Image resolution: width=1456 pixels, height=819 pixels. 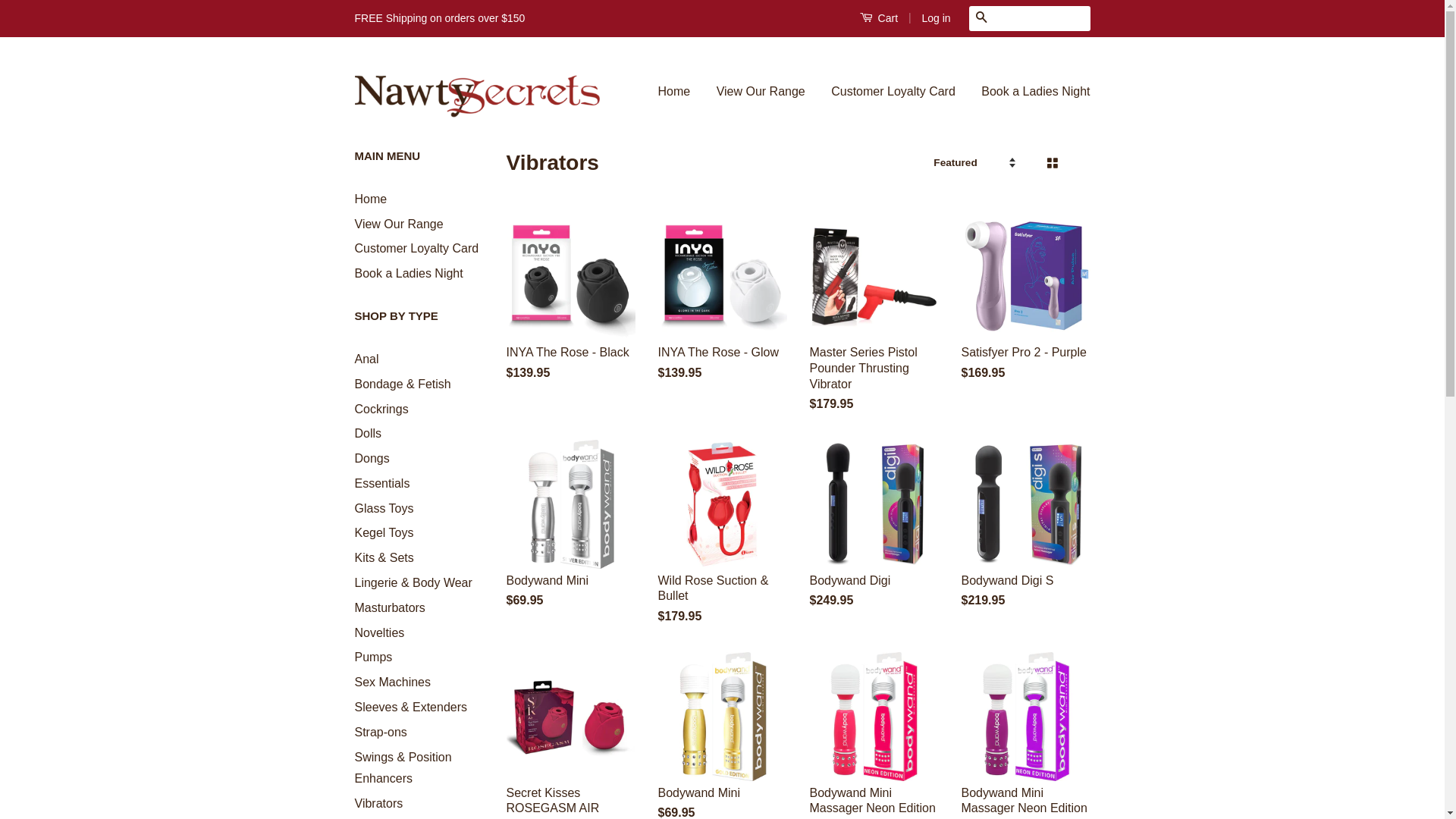 What do you see at coordinates (384, 532) in the screenshot?
I see `'Kegel Toys'` at bounding box center [384, 532].